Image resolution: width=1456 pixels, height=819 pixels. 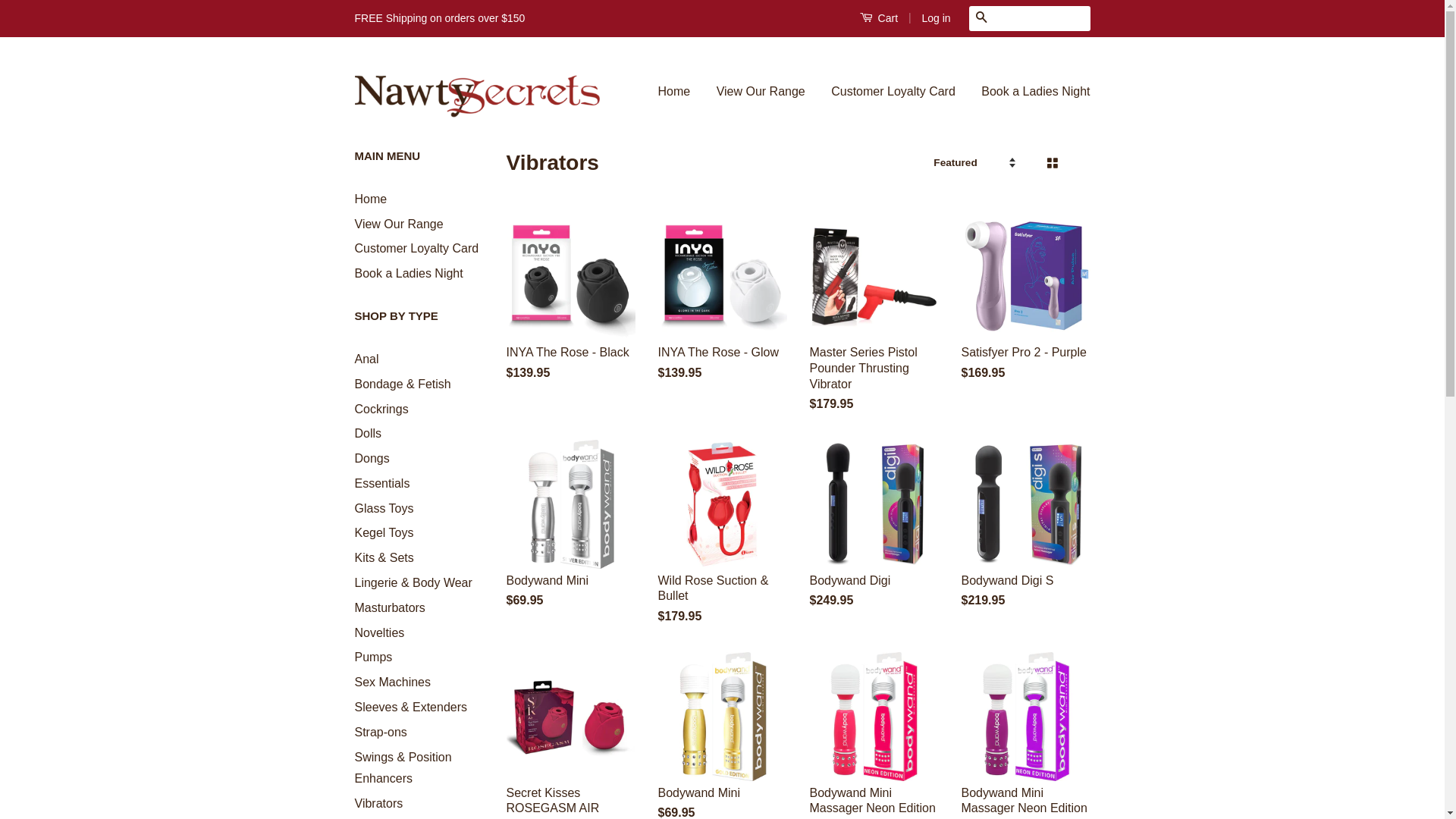 What do you see at coordinates (384, 532) in the screenshot?
I see `'Kegel Toys'` at bounding box center [384, 532].